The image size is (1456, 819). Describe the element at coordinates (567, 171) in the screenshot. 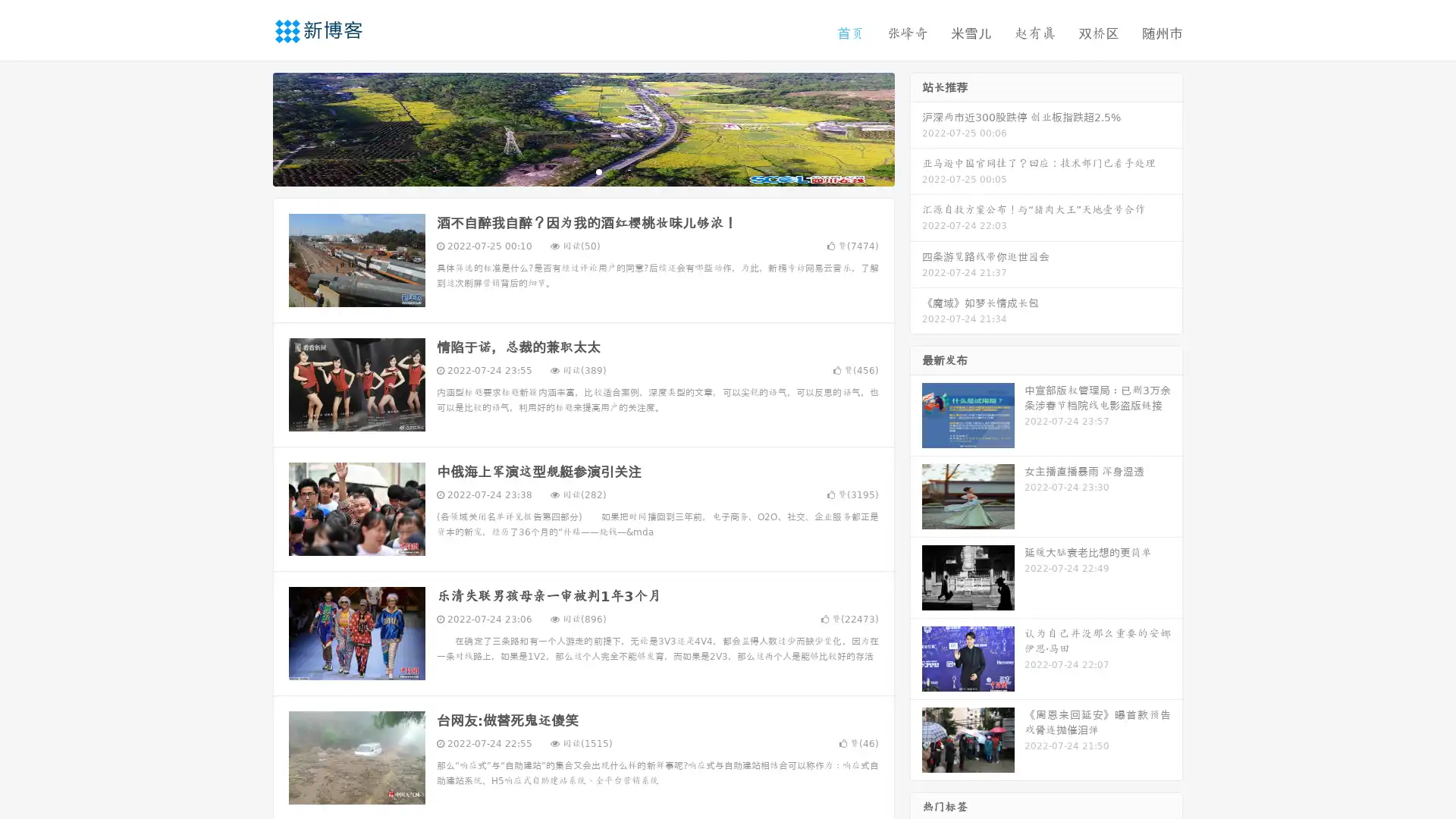

I see `Go to slide 1` at that location.